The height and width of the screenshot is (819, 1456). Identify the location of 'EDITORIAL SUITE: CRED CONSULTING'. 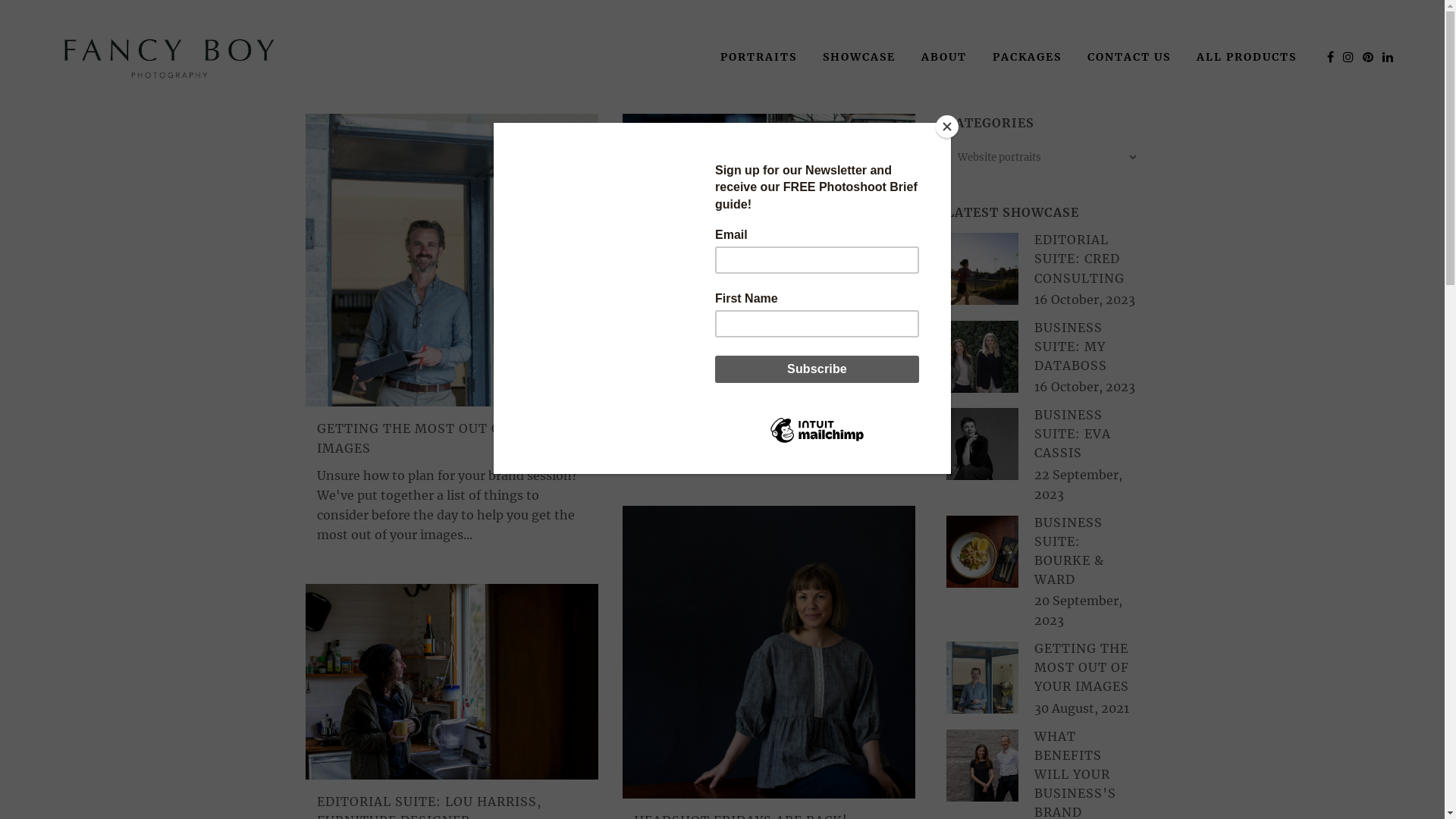
(1078, 257).